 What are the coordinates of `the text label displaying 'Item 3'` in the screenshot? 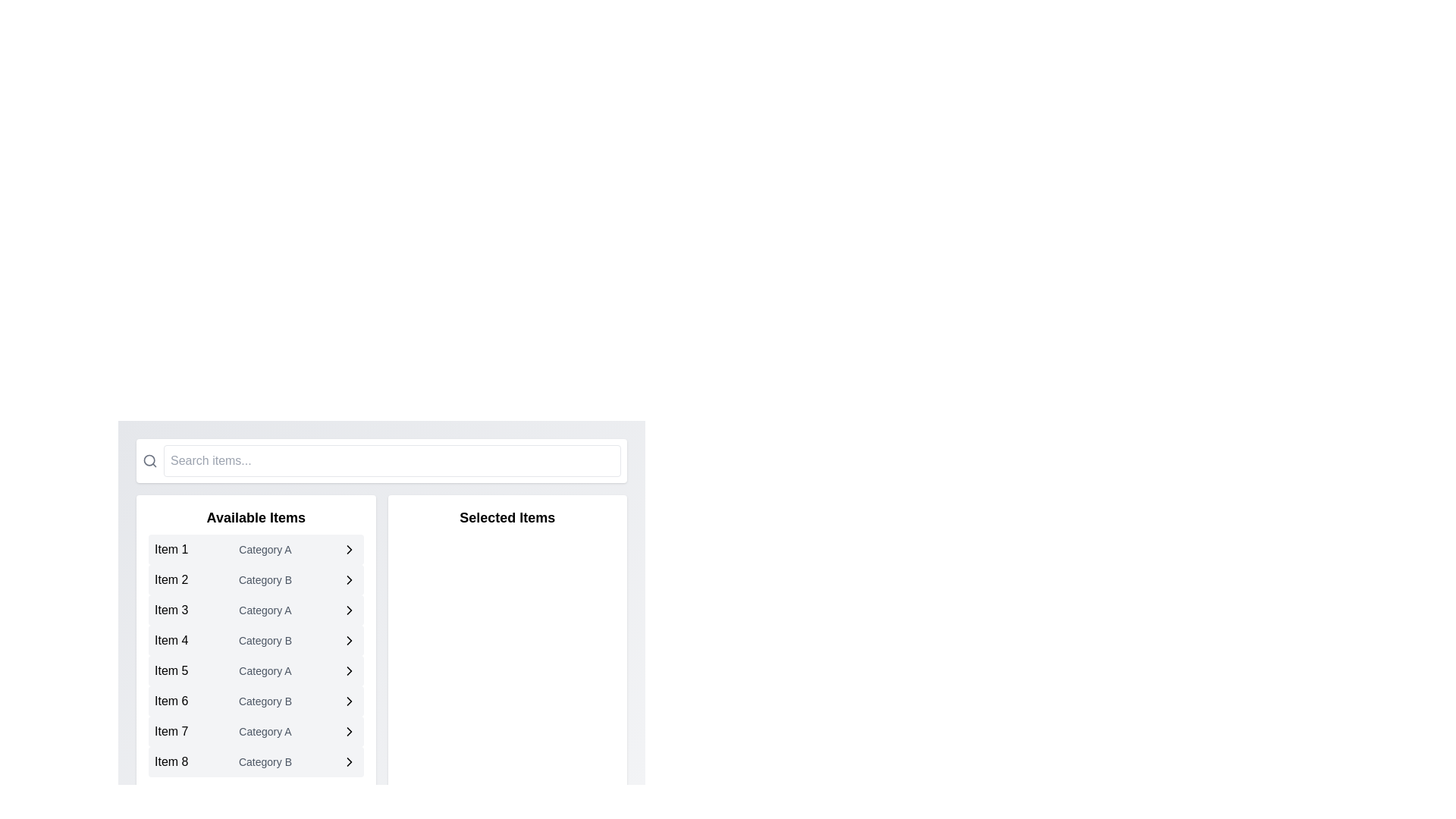 It's located at (171, 610).